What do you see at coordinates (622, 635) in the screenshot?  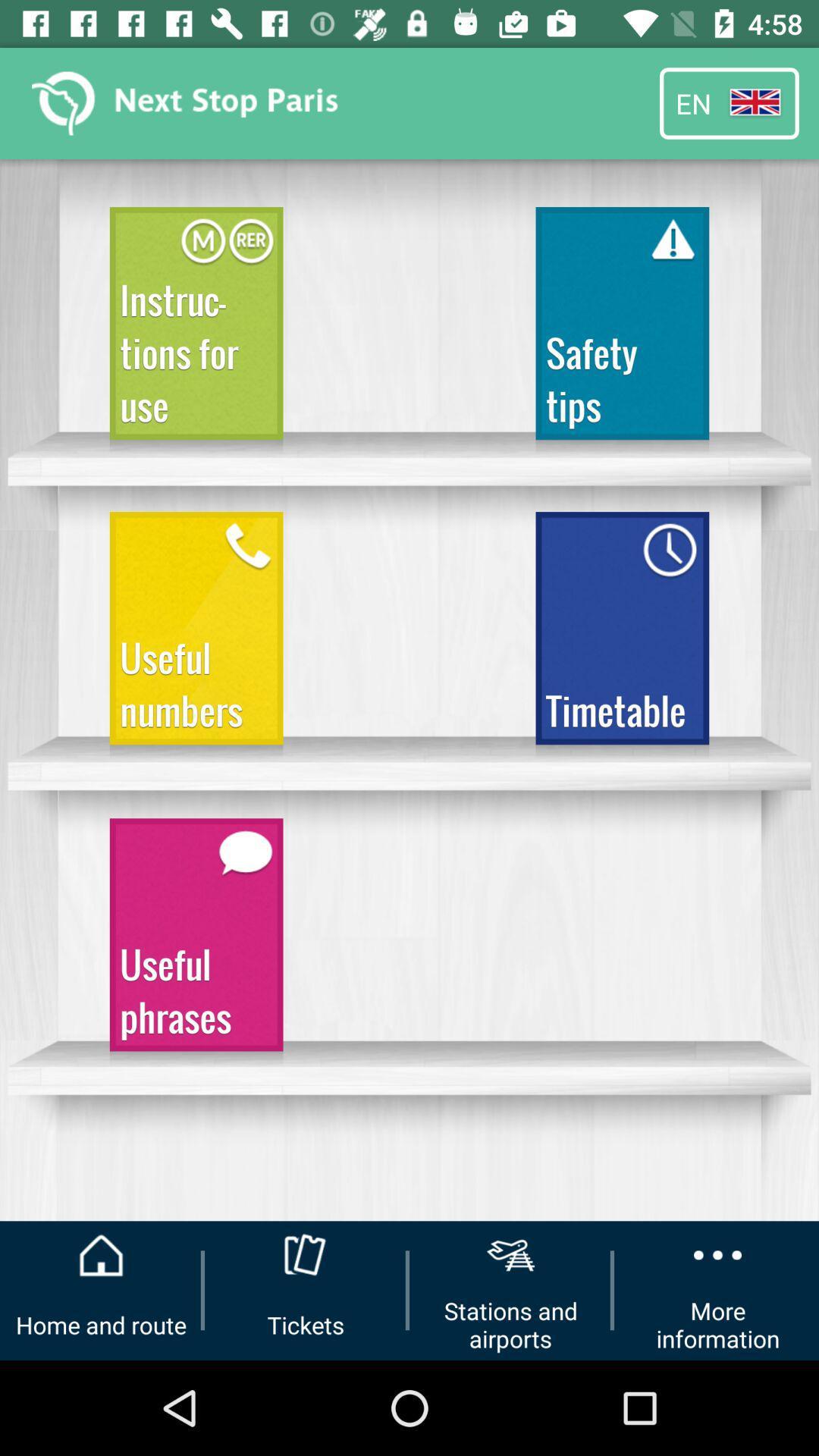 I see `timetable icon` at bounding box center [622, 635].